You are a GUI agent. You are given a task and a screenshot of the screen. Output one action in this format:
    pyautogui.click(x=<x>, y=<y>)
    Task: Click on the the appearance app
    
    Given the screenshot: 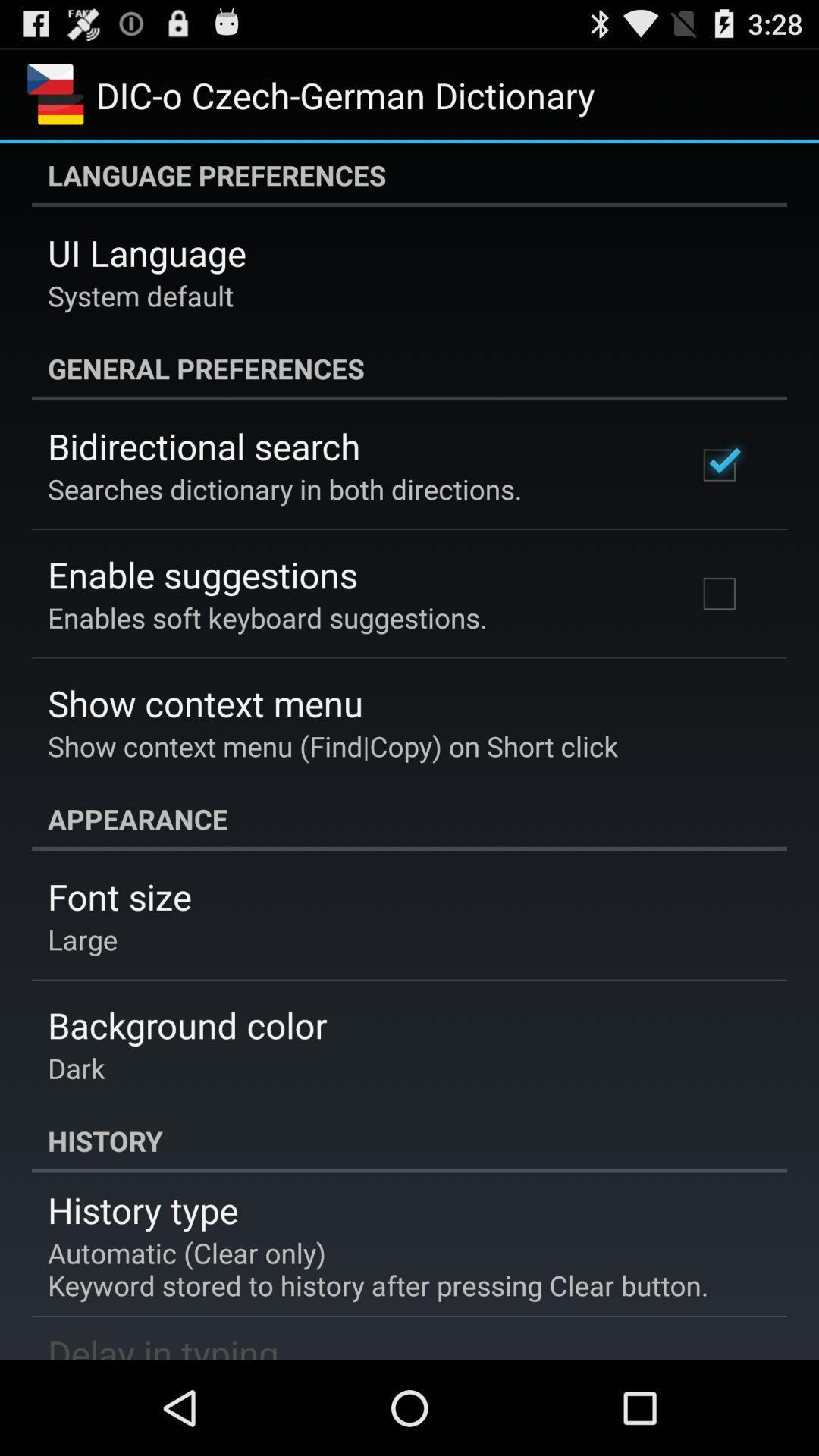 What is the action you would take?
    pyautogui.click(x=409, y=818)
    